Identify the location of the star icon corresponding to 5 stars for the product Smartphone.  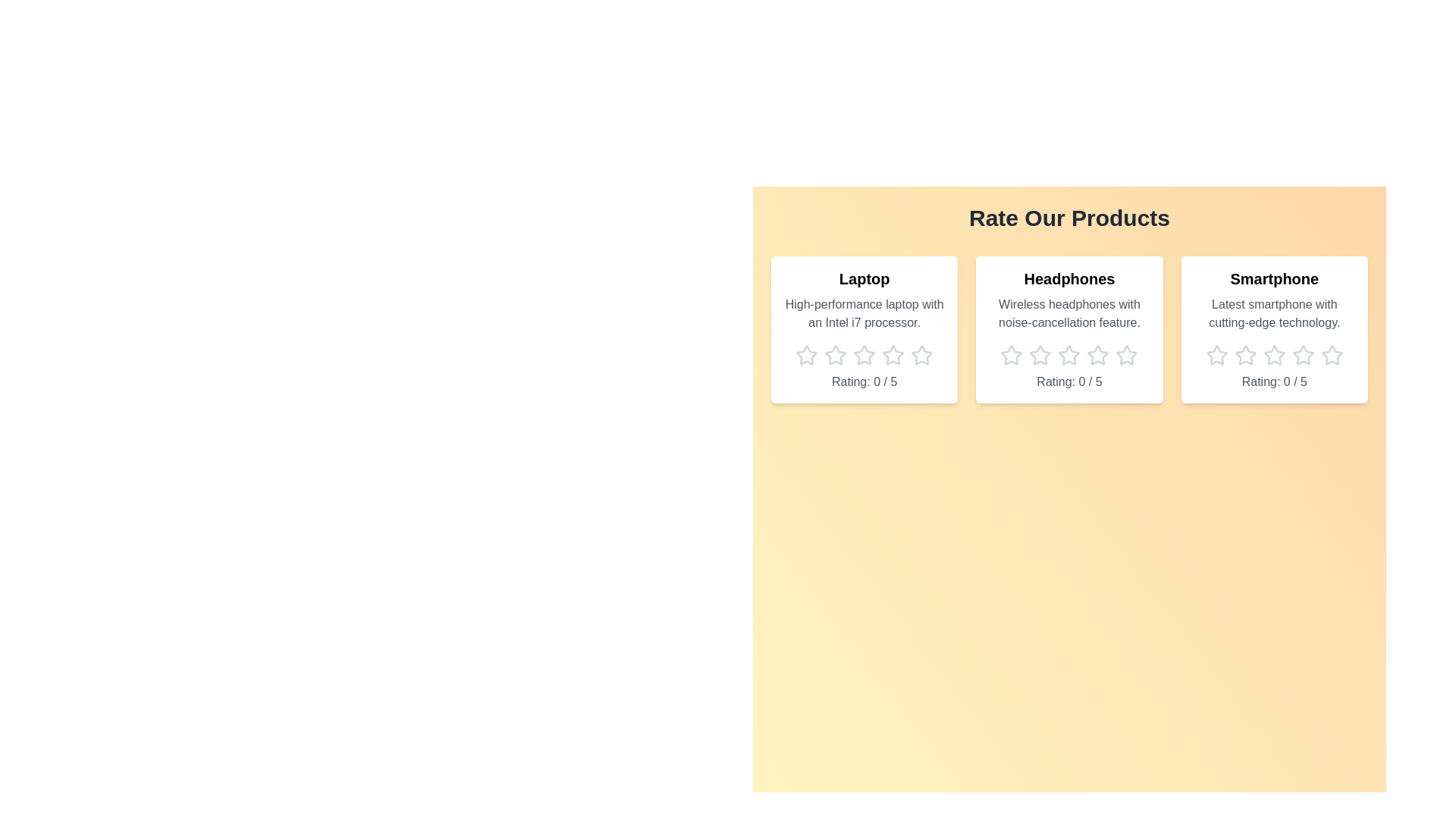
(1331, 356).